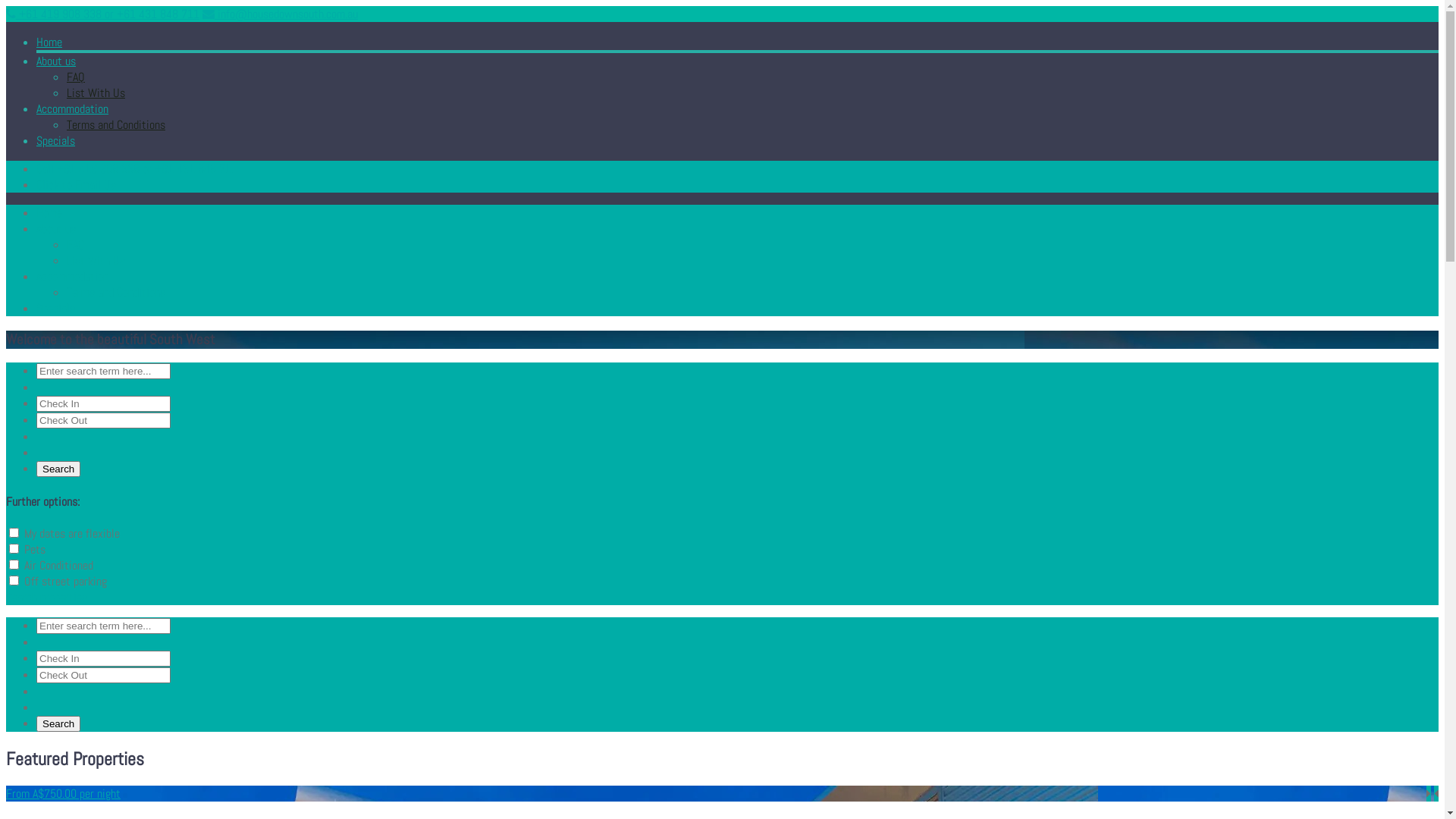 The width and height of the screenshot is (1456, 819). What do you see at coordinates (280, 14) in the screenshot?
I see `'info@housedownsouth.com.au'` at bounding box center [280, 14].